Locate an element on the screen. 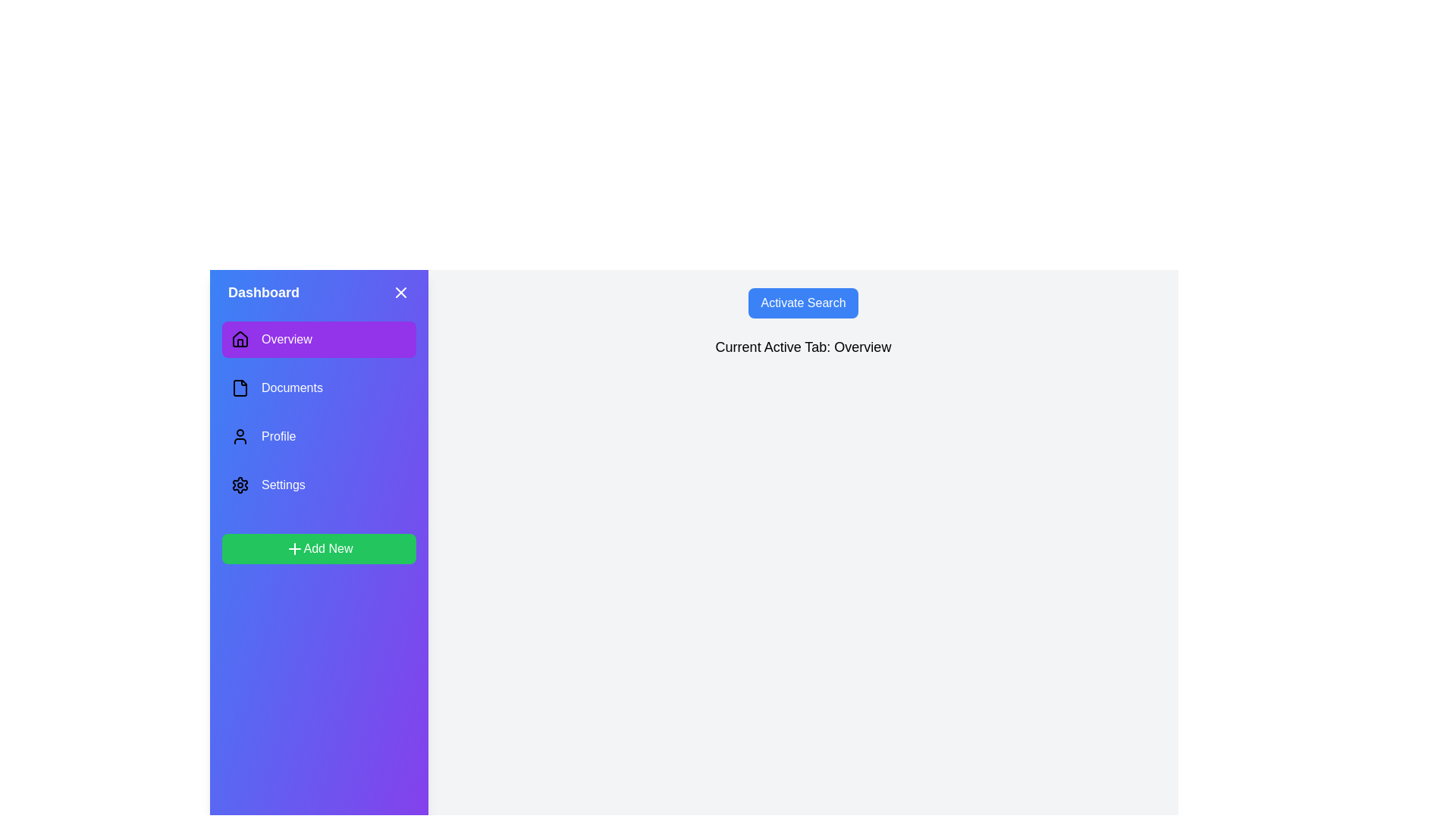  the 'Profile' icon in the sidebar menu, which is located beneath the 'Documents' option and above the 'Settings' option is located at coordinates (239, 436).